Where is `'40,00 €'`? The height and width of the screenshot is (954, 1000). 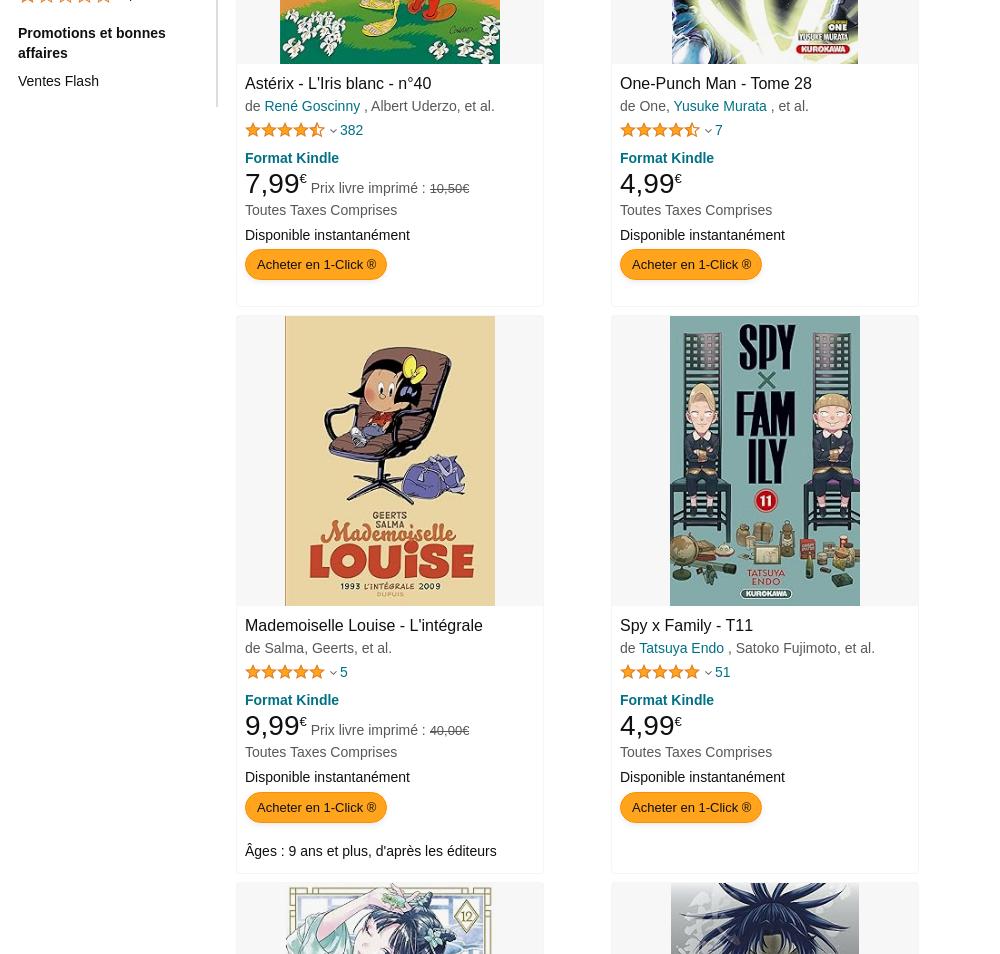 '40,00 €' is located at coordinates (450, 731).